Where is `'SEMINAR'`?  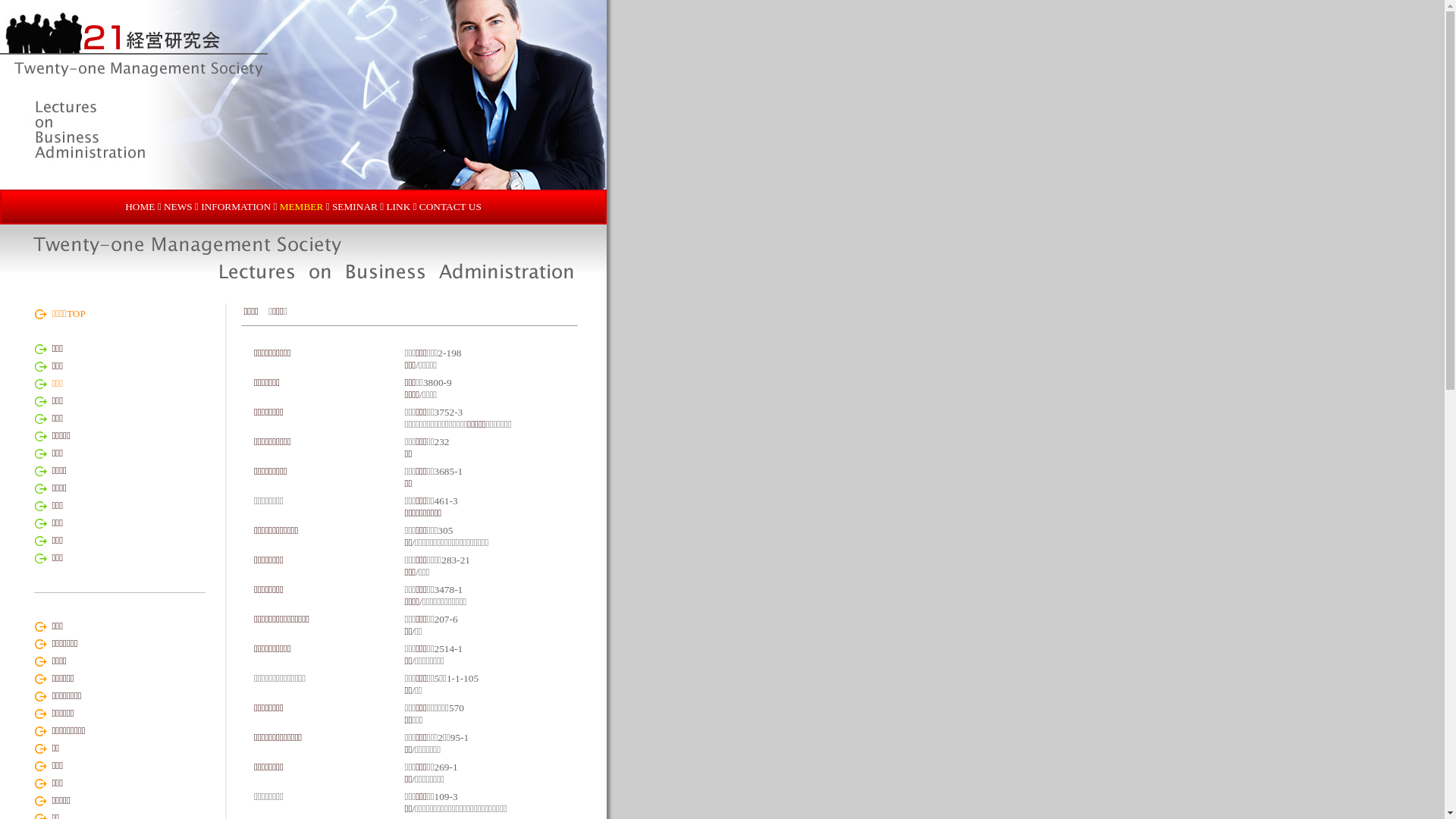 'SEMINAR' is located at coordinates (354, 206).